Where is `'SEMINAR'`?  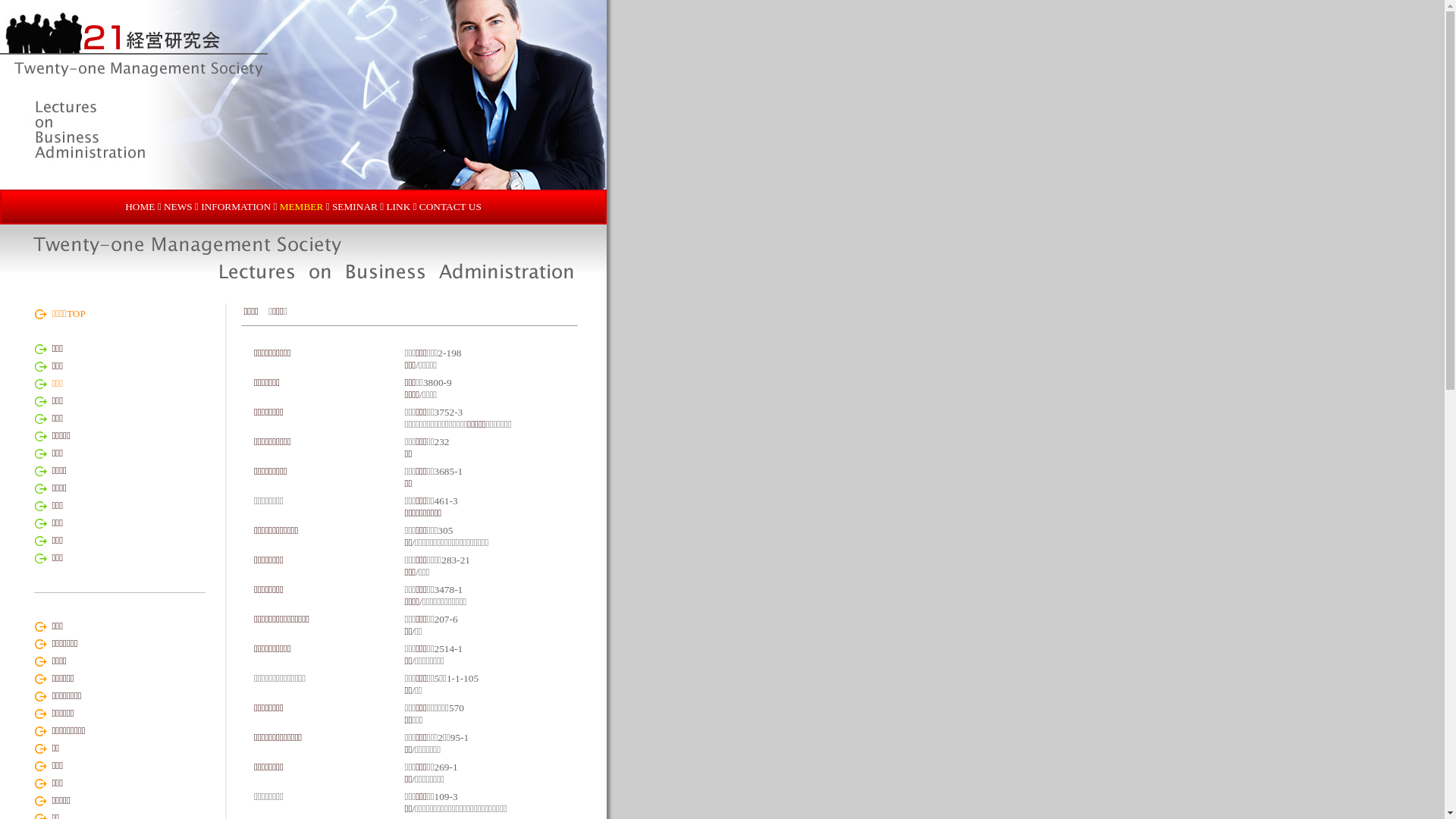 'SEMINAR' is located at coordinates (354, 206).